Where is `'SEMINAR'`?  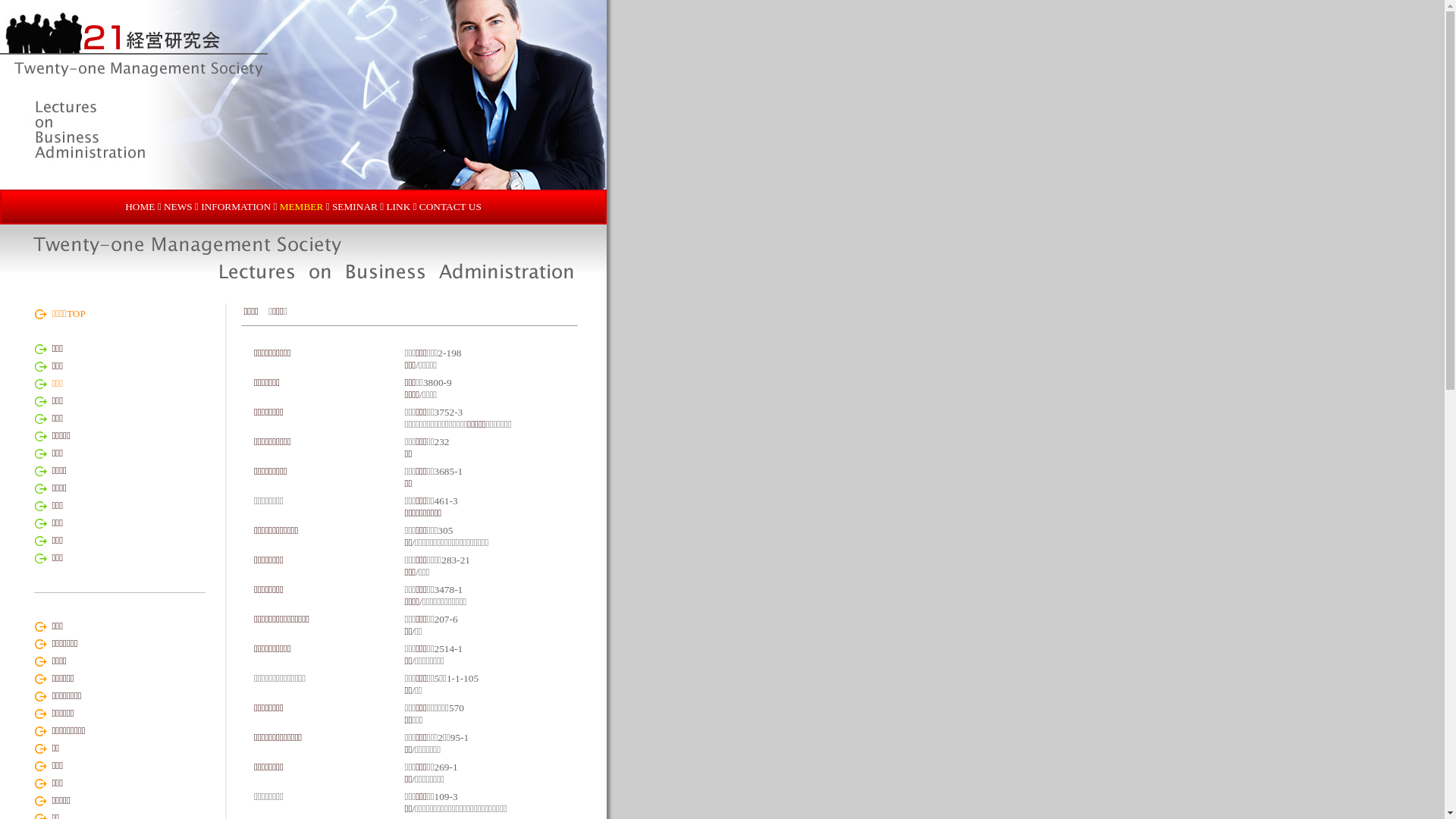 'SEMINAR' is located at coordinates (354, 206).